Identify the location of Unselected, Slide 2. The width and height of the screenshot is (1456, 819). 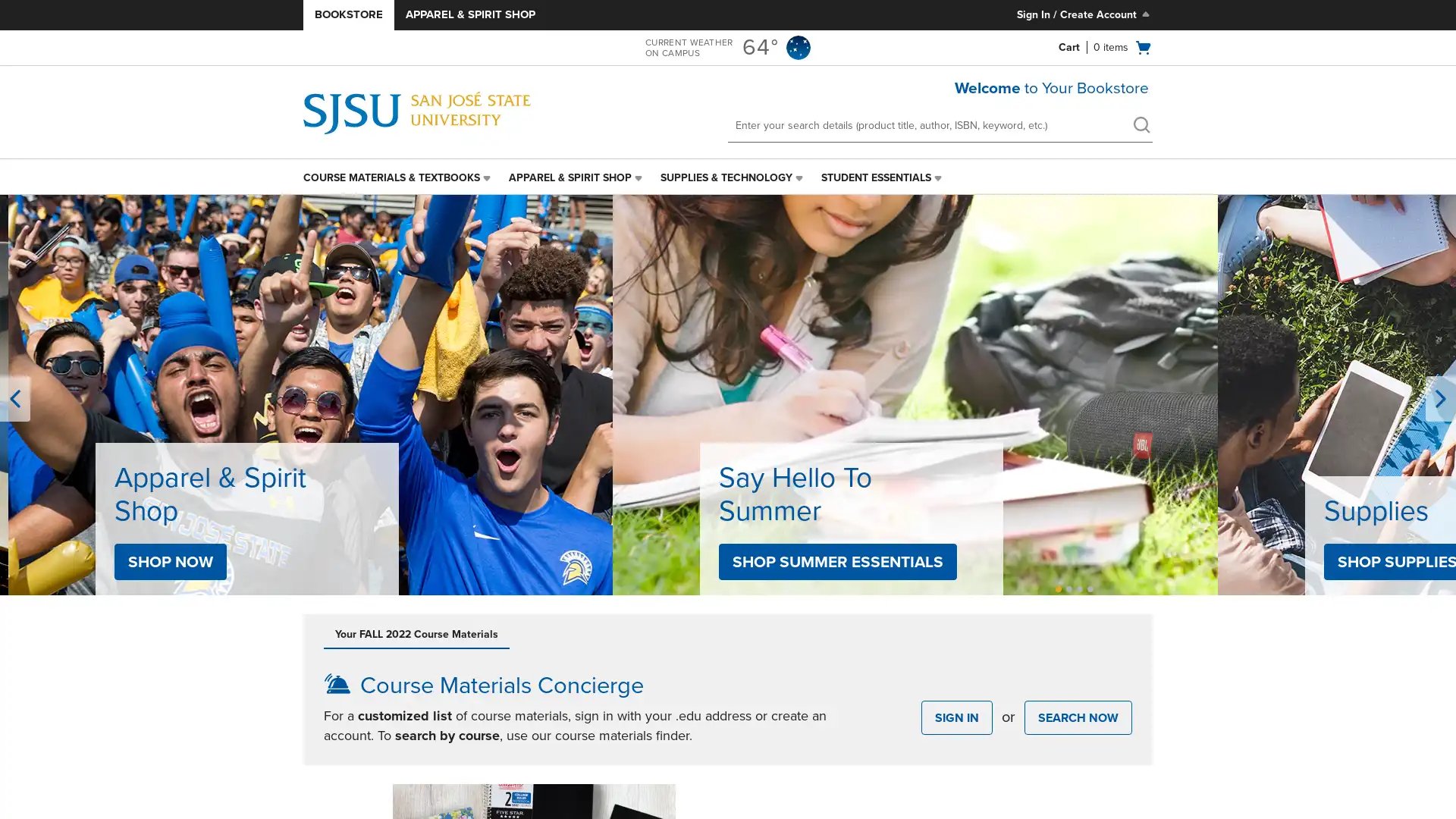
(1068, 588).